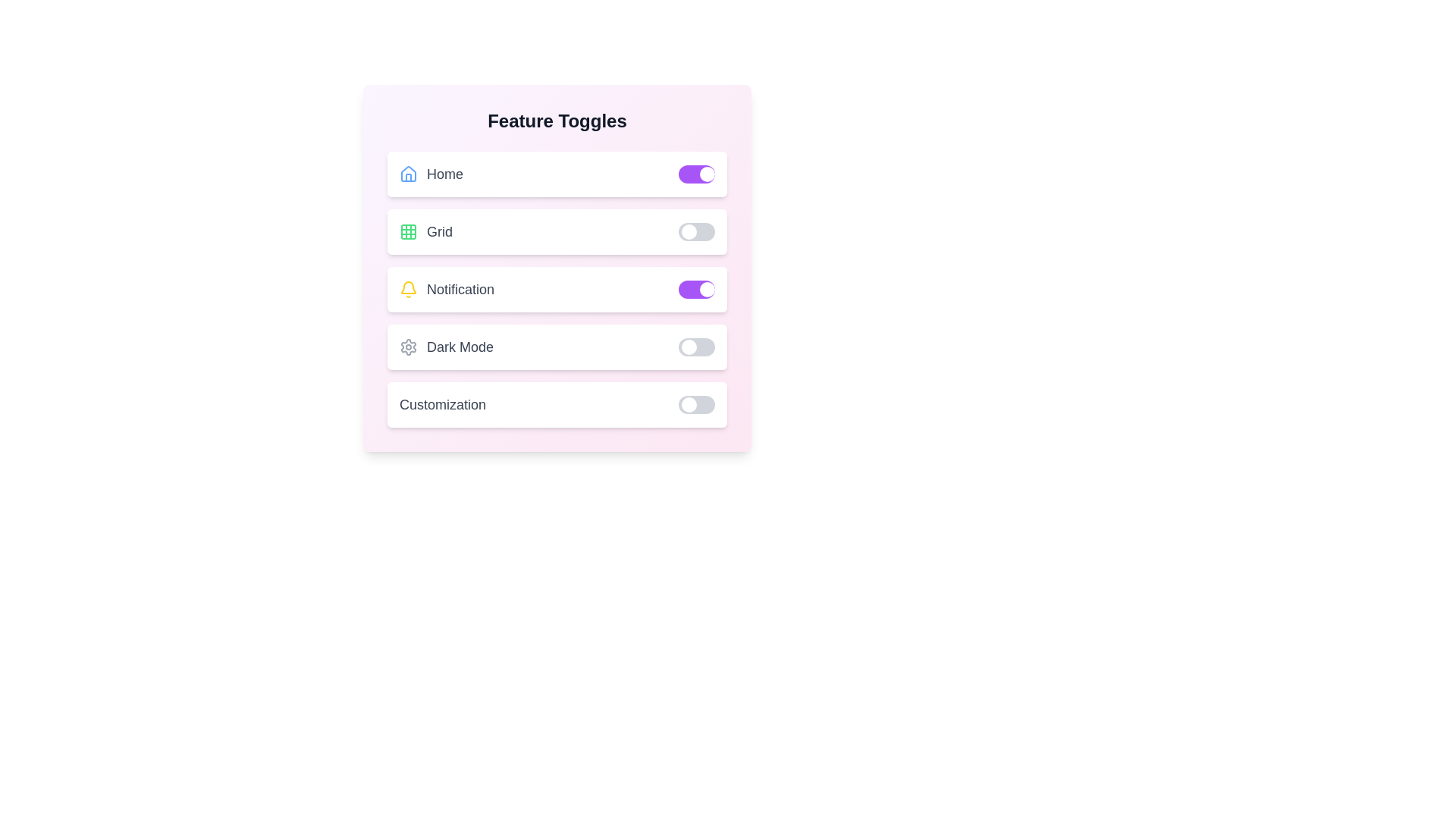 This screenshot has width=1456, height=819. Describe the element at coordinates (431, 174) in the screenshot. I see `the 'Home' toggle feature label, which is the first element in the vertical list within the 'Feature Toggles' card` at that location.